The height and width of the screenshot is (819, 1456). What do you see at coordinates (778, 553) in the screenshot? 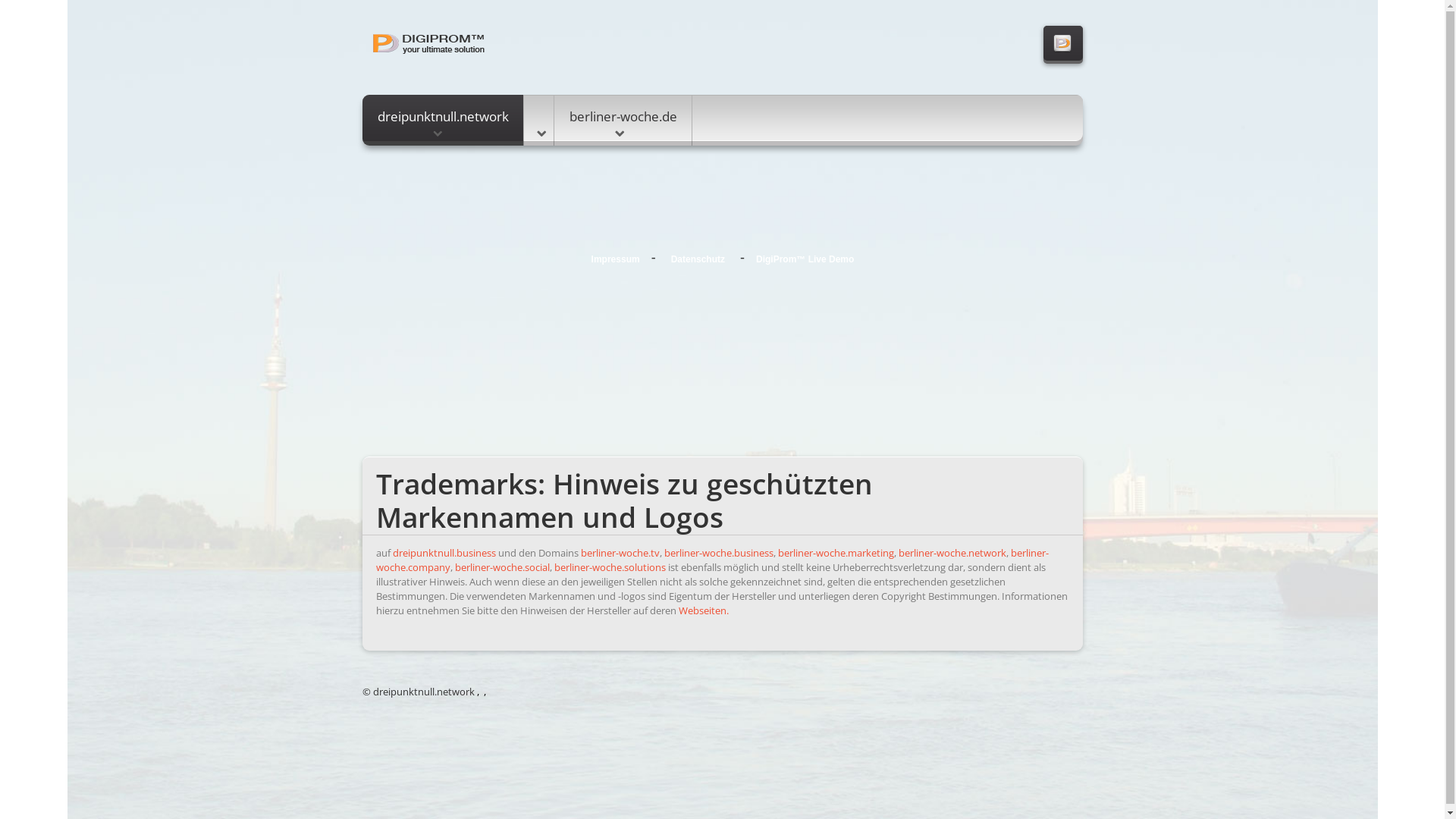
I see `'berliner-woche.marketing'` at bounding box center [778, 553].